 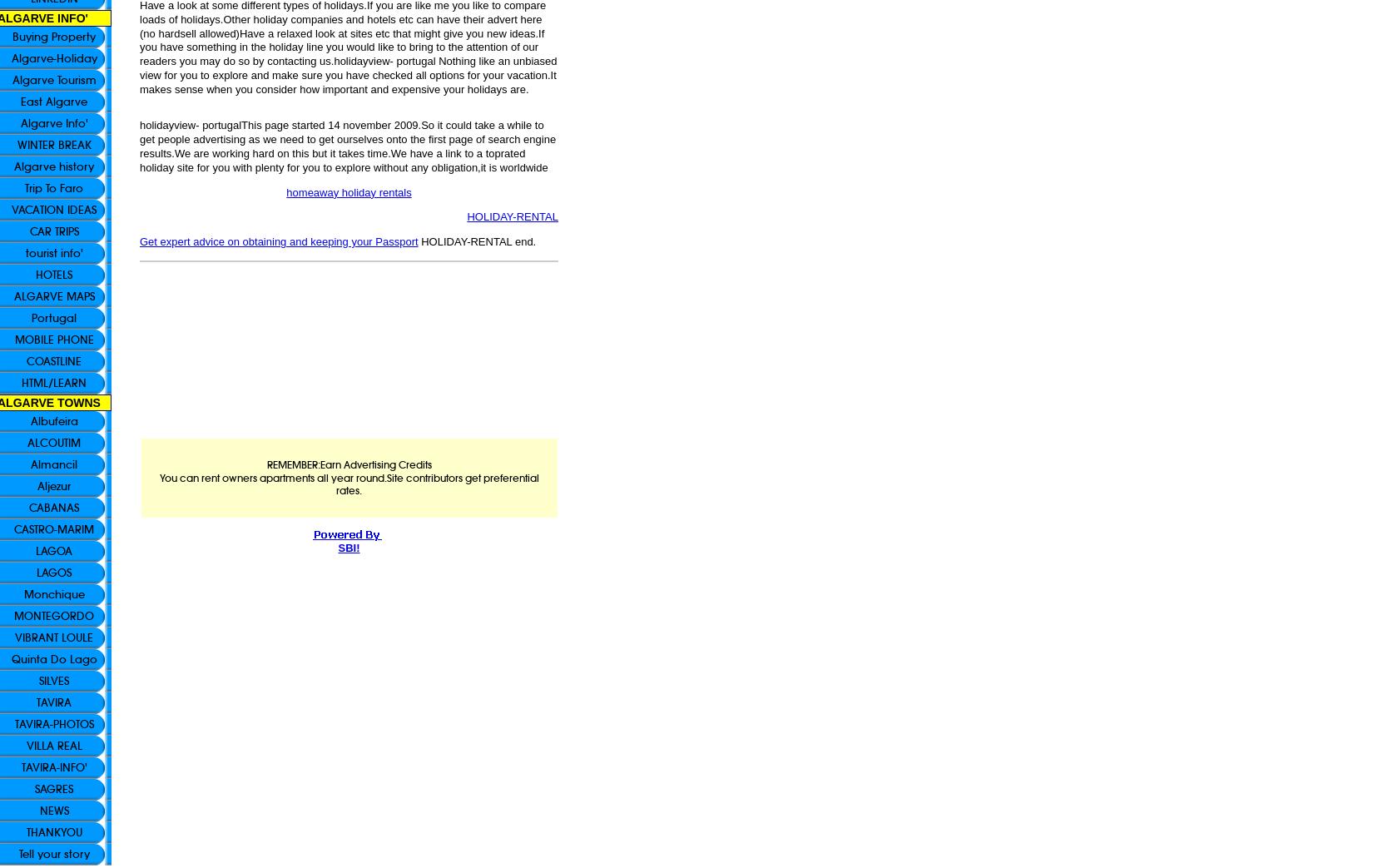 What do you see at coordinates (54, 209) in the screenshot?
I see `'VACATION IDEAS'` at bounding box center [54, 209].